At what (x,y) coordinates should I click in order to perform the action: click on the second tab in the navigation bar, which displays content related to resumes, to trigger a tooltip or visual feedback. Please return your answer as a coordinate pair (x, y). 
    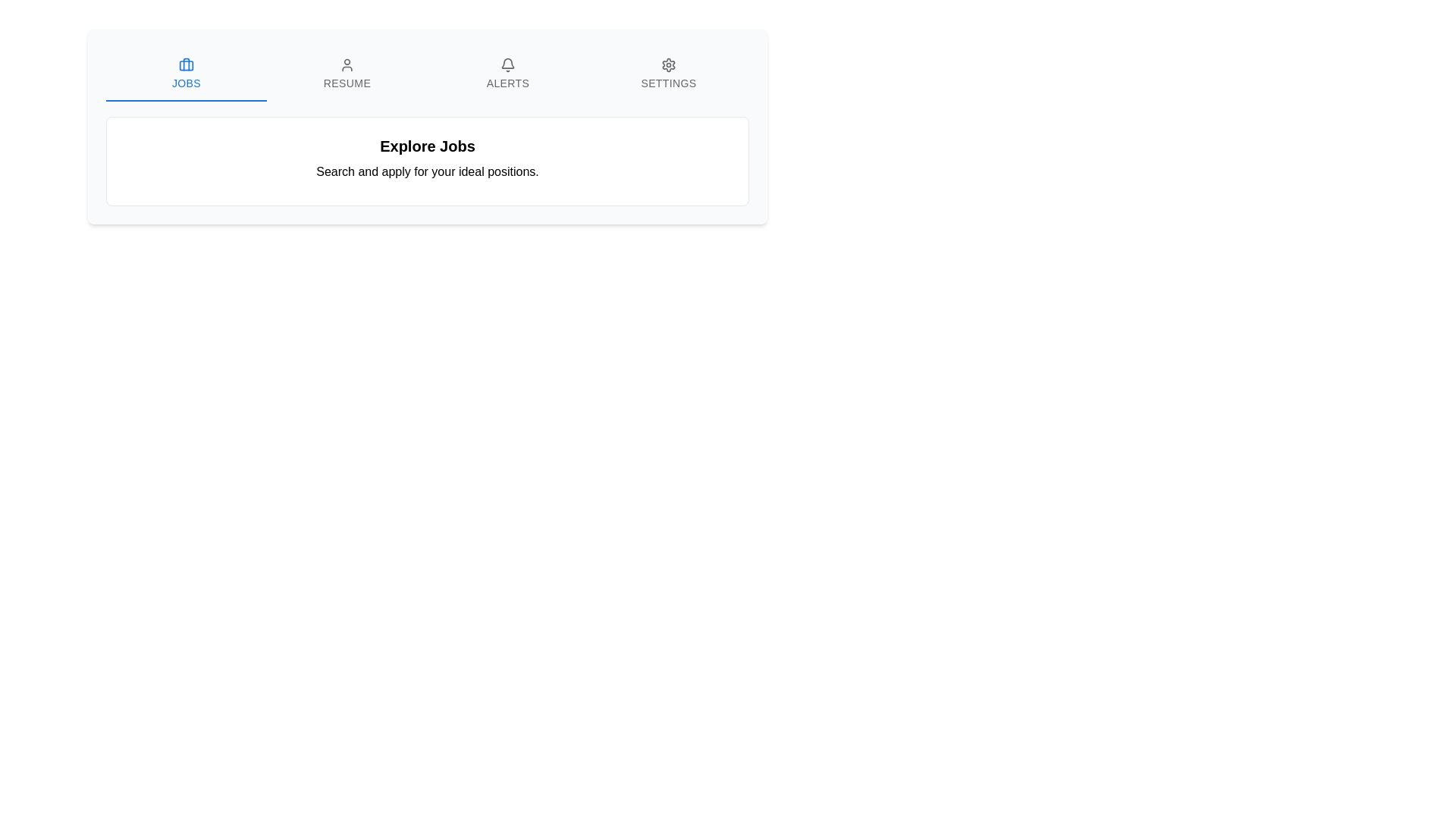
    Looking at the image, I should click on (346, 74).